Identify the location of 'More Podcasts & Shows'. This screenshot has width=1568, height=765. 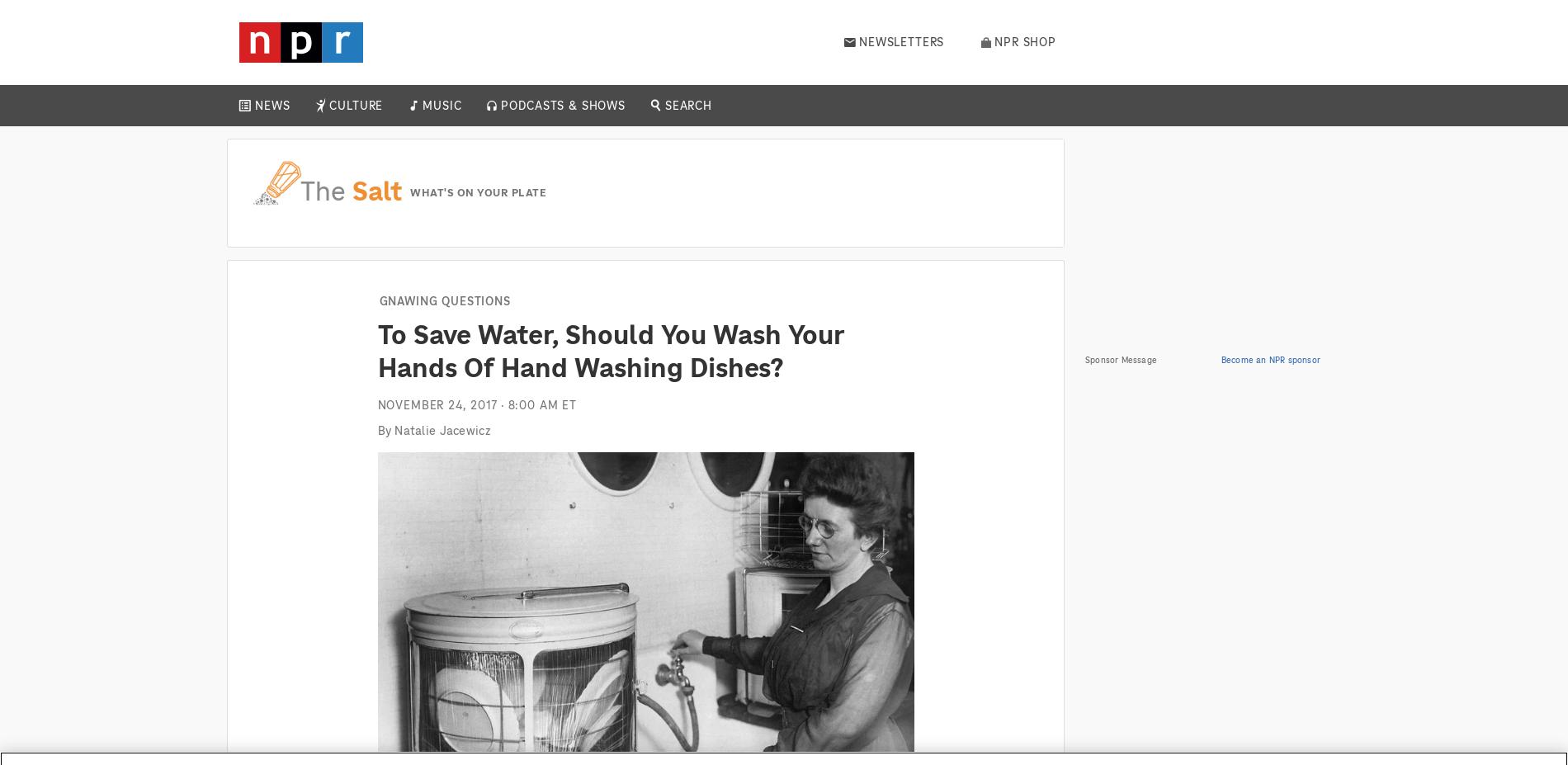
(699, 362).